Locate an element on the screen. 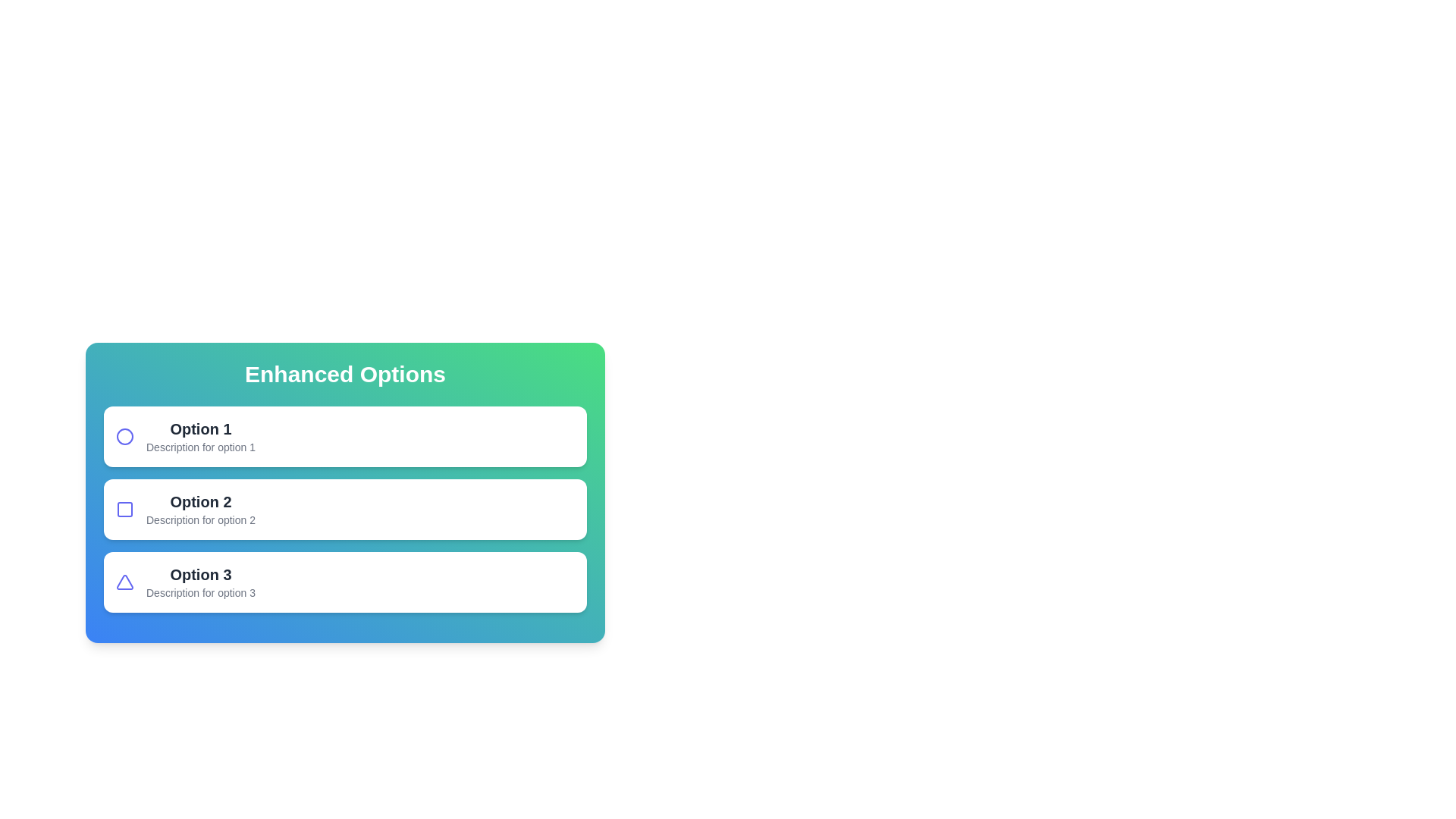  the text block titled 'Option 2' which includes the description 'Description for option 2' to interact with related elements is located at coordinates (199, 509).